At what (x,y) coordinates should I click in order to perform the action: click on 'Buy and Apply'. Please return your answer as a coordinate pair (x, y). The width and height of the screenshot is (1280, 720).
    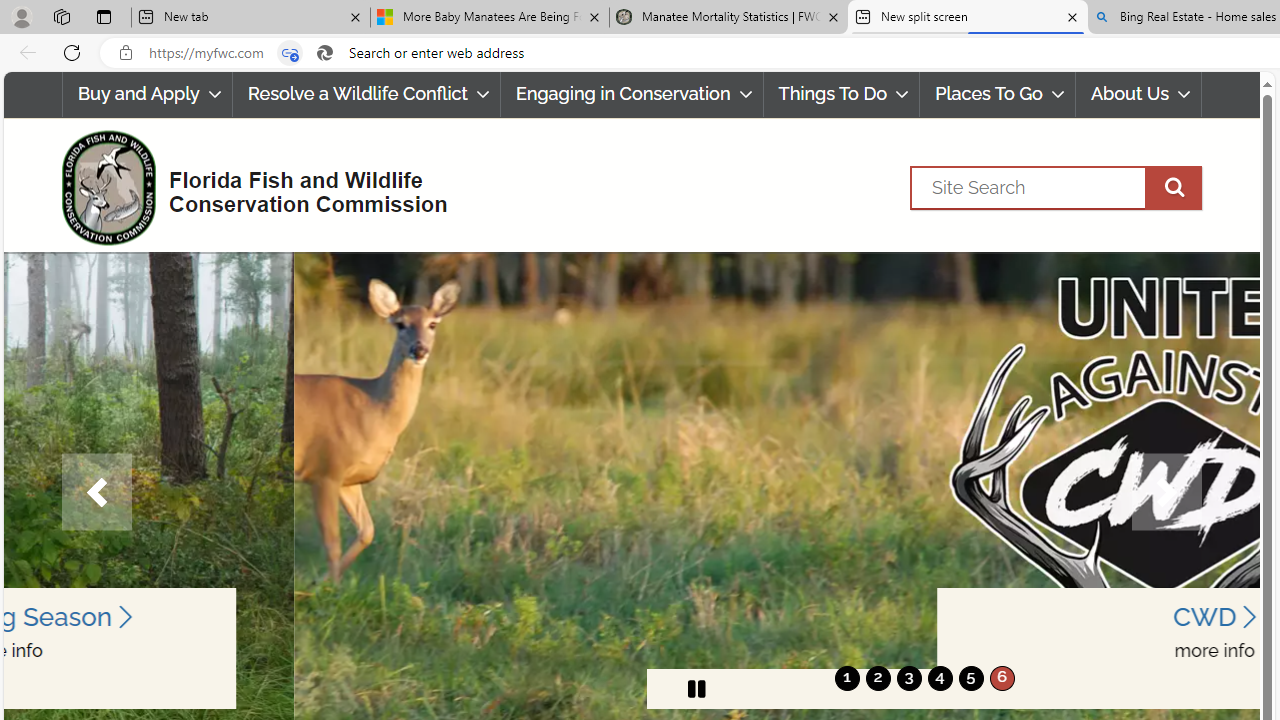
    Looking at the image, I should click on (146, 94).